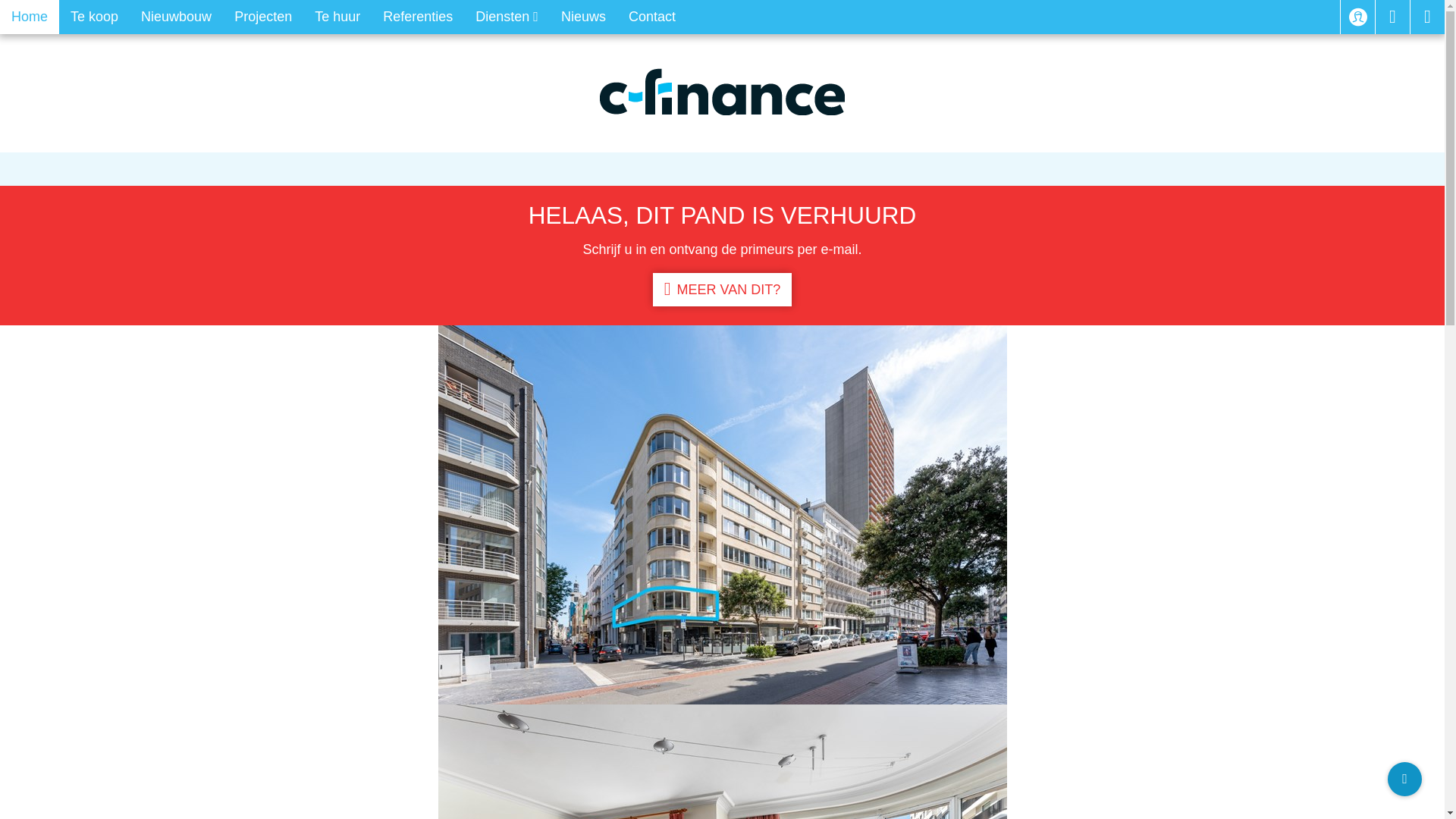 This screenshot has height=819, width=1456. I want to click on 'Diensten', so click(507, 17).